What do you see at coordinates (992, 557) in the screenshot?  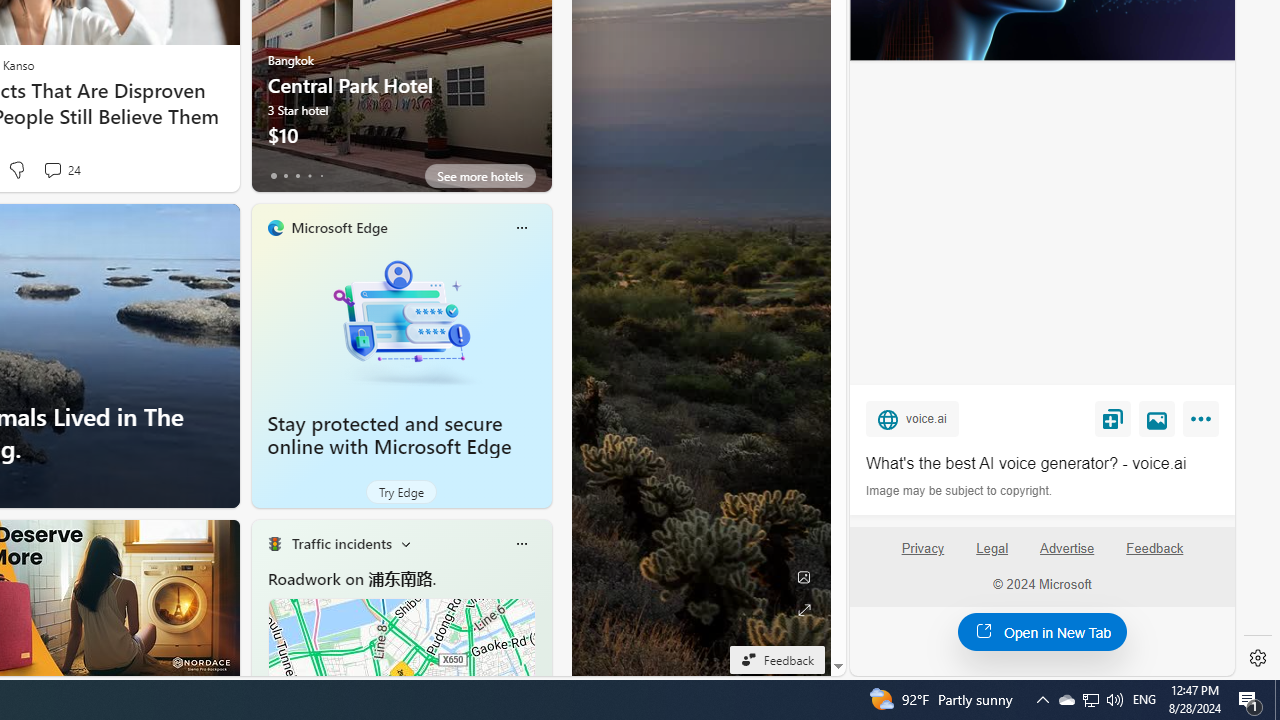 I see `'Legal'` at bounding box center [992, 557].